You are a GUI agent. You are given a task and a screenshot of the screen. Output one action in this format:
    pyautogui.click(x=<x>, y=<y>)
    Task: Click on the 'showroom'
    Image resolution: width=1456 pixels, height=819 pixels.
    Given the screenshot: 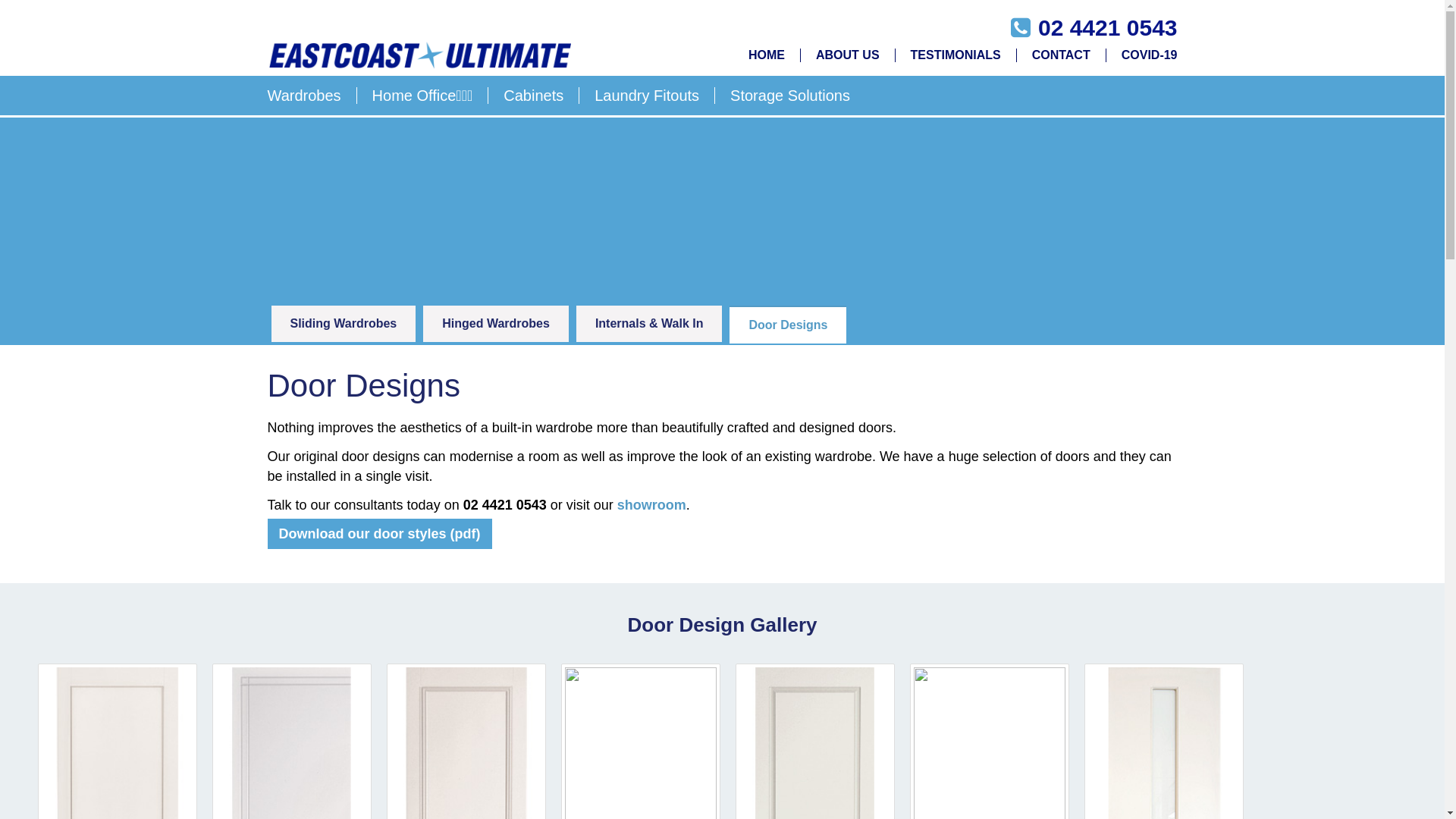 What is the action you would take?
    pyautogui.click(x=651, y=505)
    